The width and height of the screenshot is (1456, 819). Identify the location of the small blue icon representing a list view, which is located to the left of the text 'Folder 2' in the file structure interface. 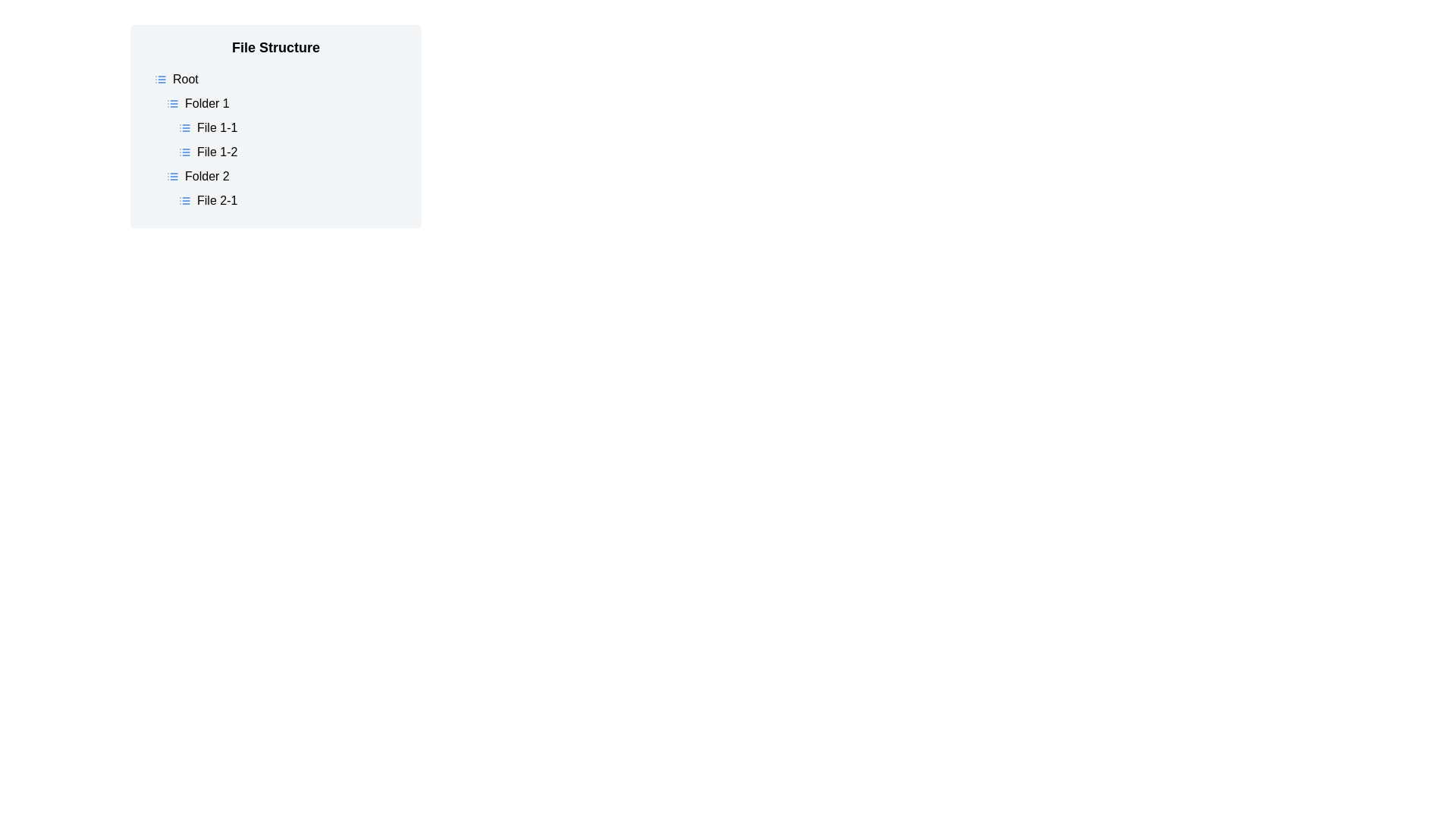
(172, 175).